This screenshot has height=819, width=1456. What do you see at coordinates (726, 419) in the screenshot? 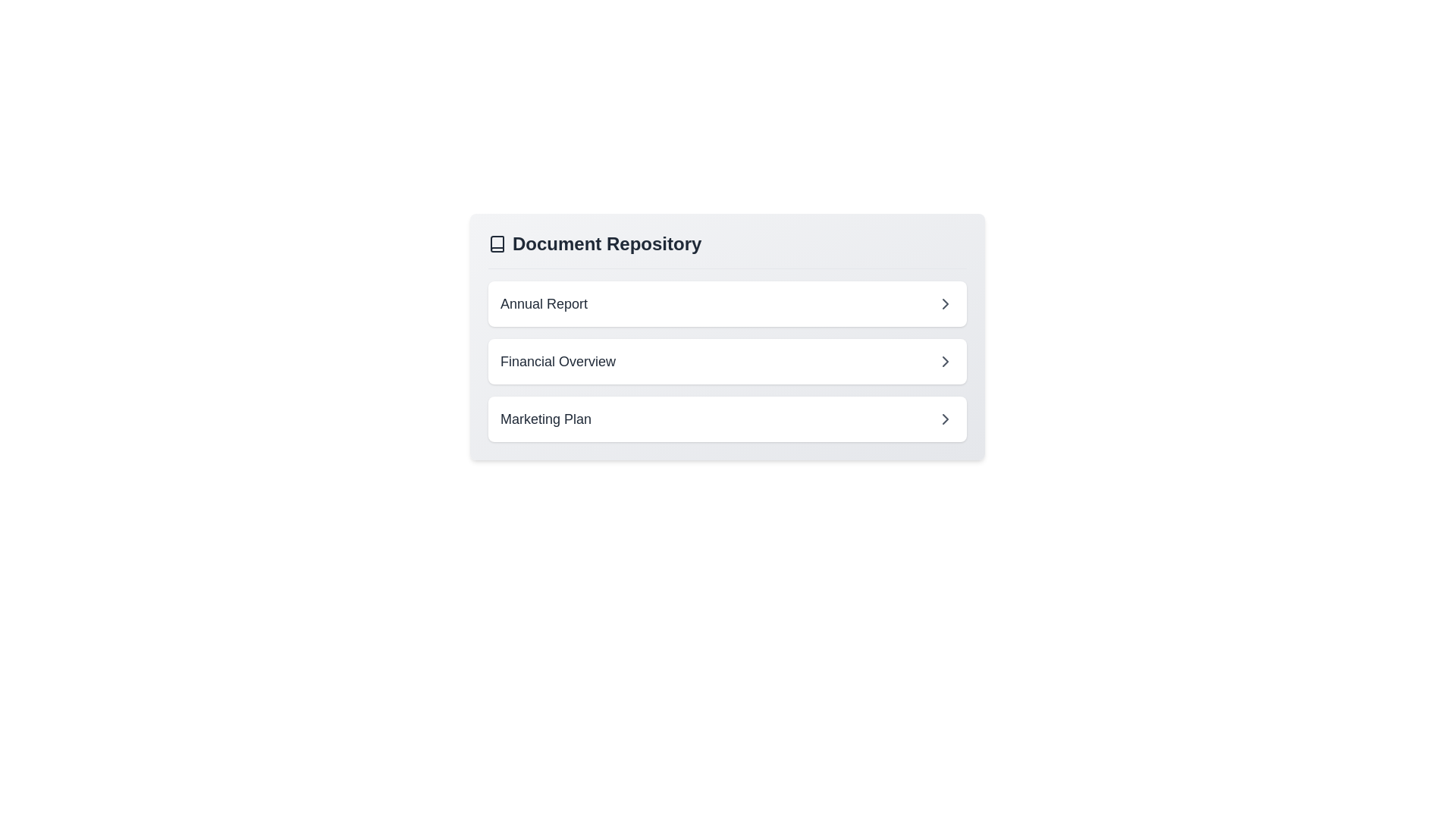
I see `the third clickable list item in the menu labeled 'Marketing Plan'` at bounding box center [726, 419].